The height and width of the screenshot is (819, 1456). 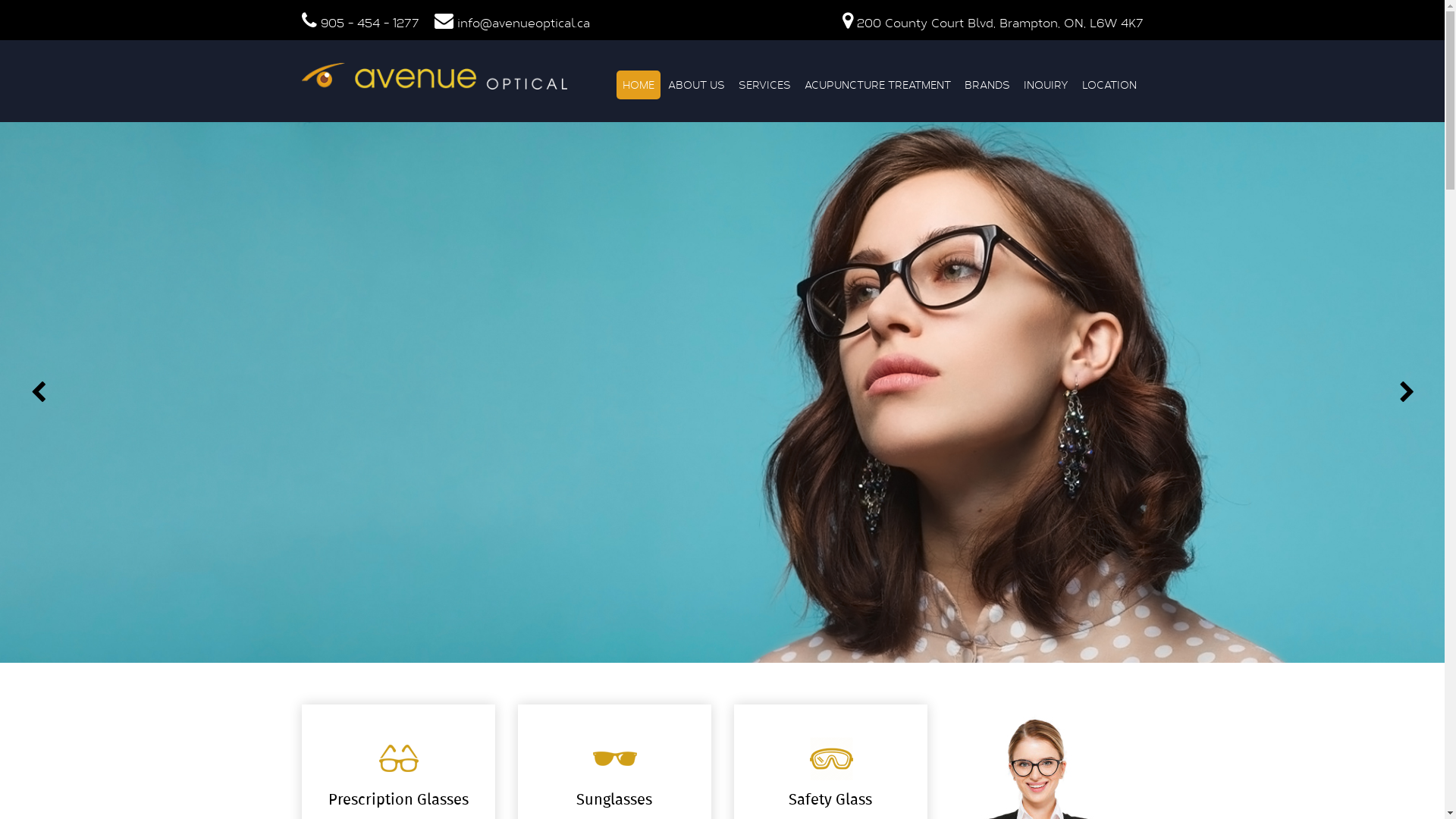 What do you see at coordinates (637, 84) in the screenshot?
I see `'HOME'` at bounding box center [637, 84].